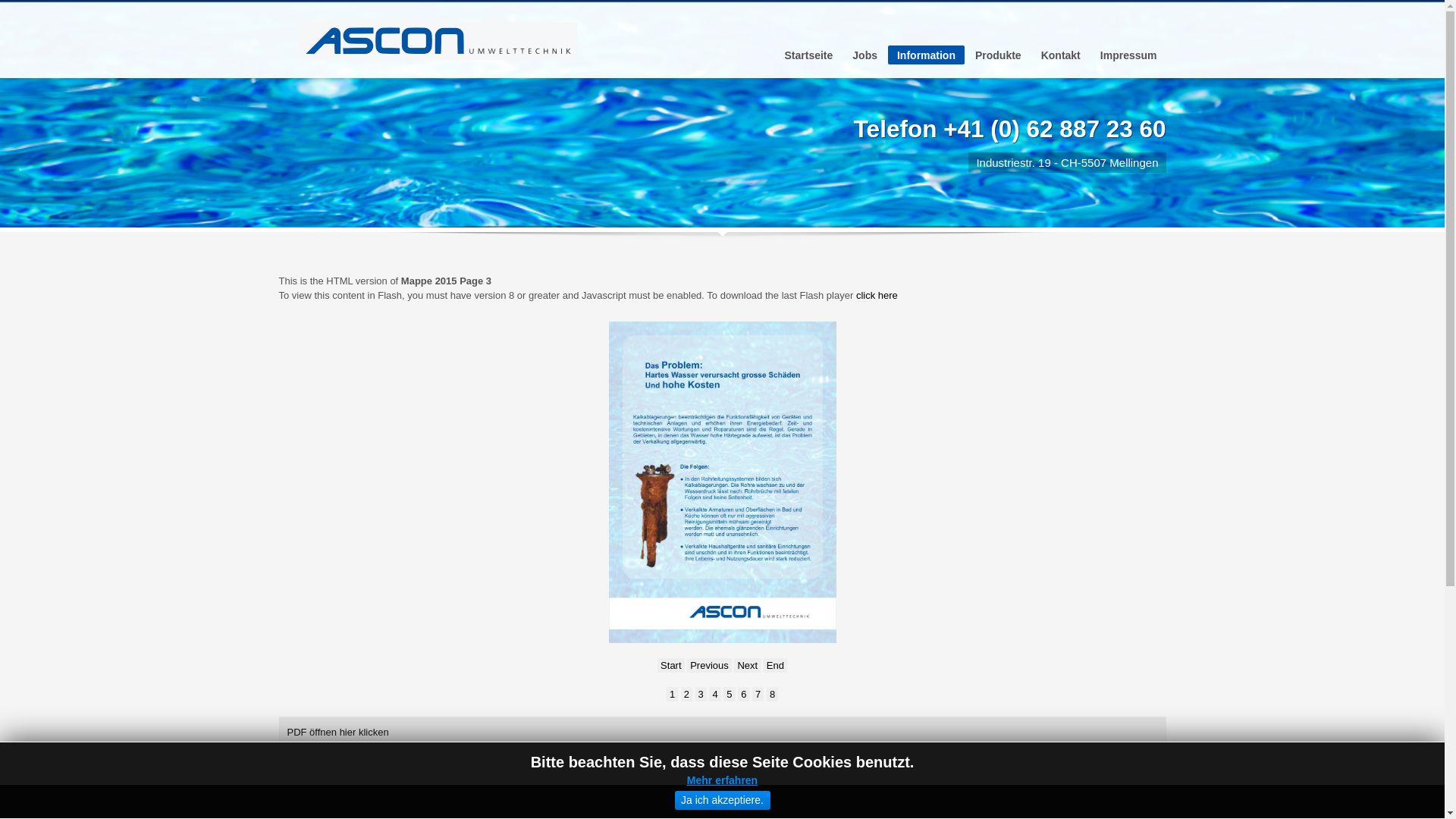  What do you see at coordinates (775, 664) in the screenshot?
I see `'End'` at bounding box center [775, 664].